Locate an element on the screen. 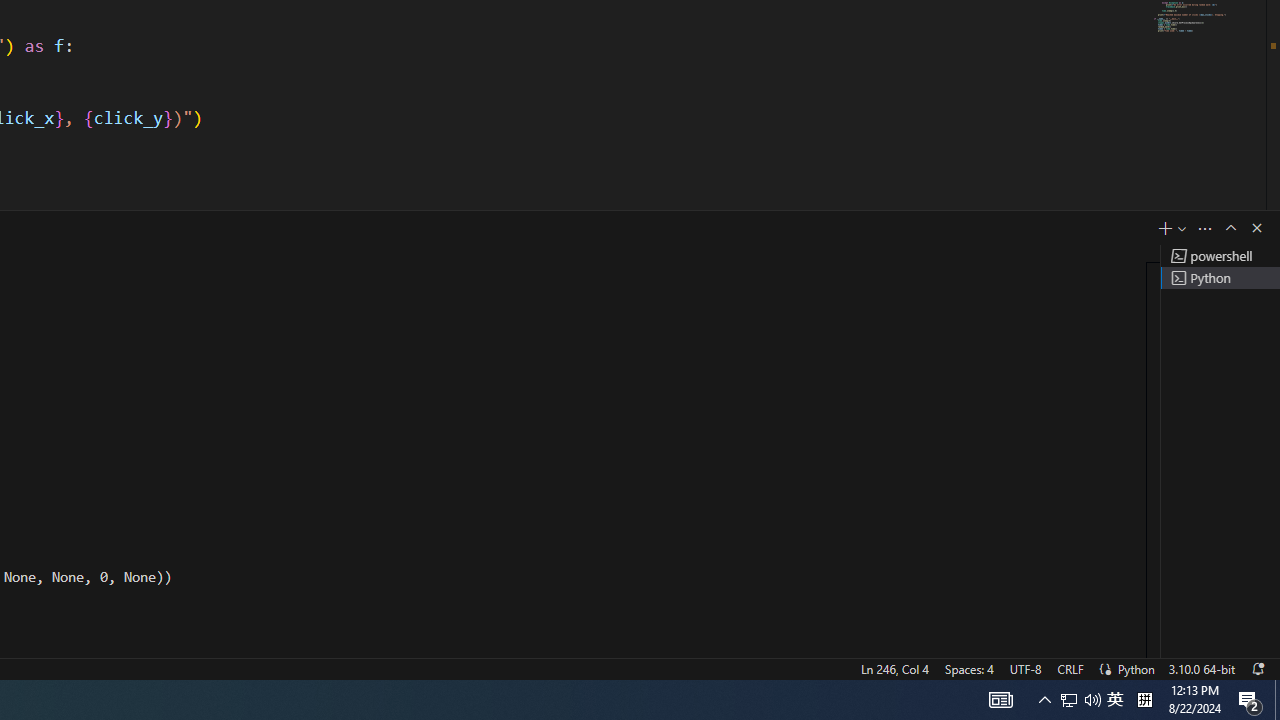  'Views and More Actions...' is located at coordinates (1204, 227).